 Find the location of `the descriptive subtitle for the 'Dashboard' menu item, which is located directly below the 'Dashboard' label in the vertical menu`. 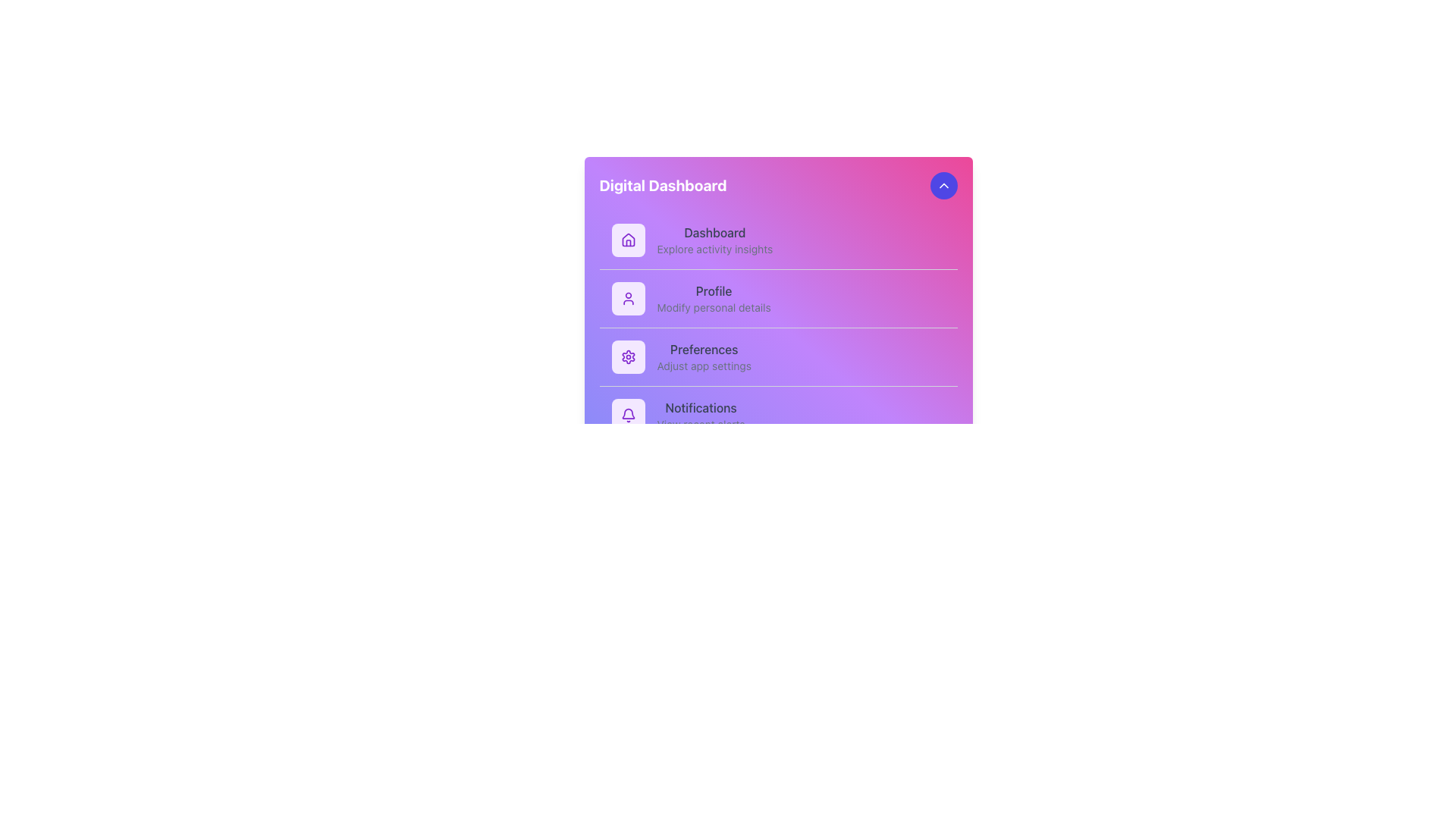

the descriptive subtitle for the 'Dashboard' menu item, which is located directly below the 'Dashboard' label in the vertical menu is located at coordinates (714, 248).